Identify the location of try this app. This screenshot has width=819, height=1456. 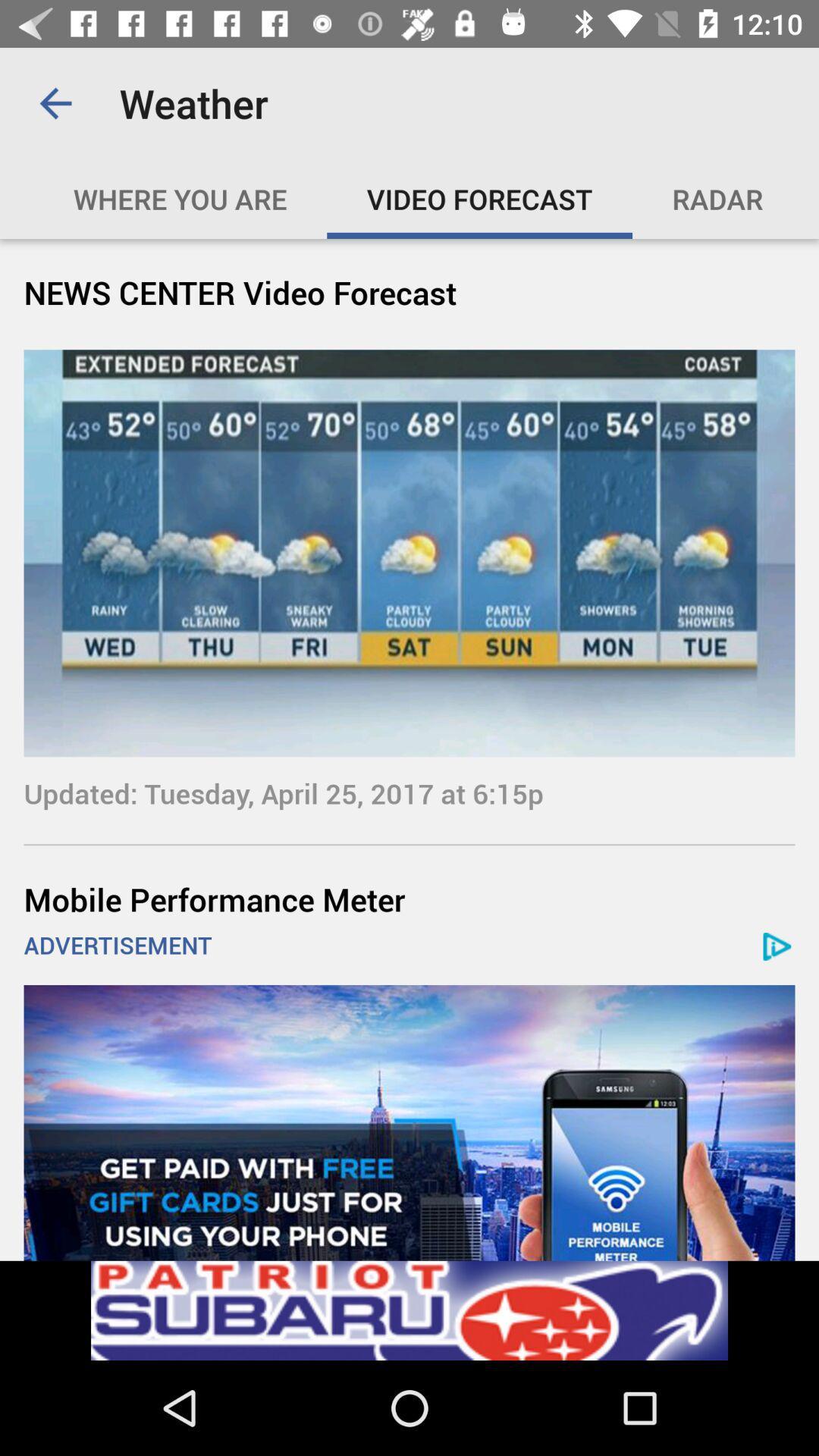
(409, 1310).